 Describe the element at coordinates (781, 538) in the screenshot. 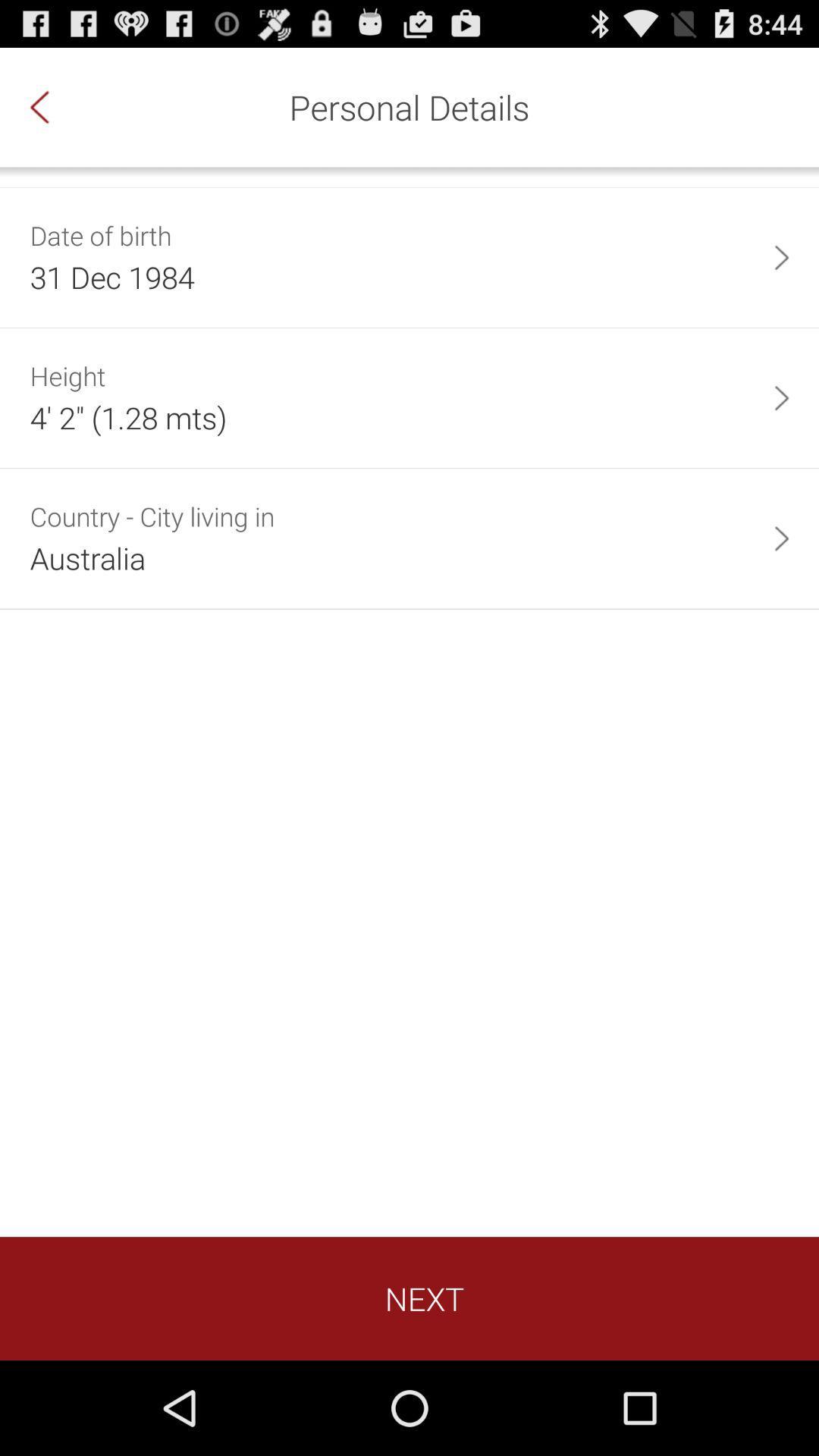

I see `item on the right` at that location.